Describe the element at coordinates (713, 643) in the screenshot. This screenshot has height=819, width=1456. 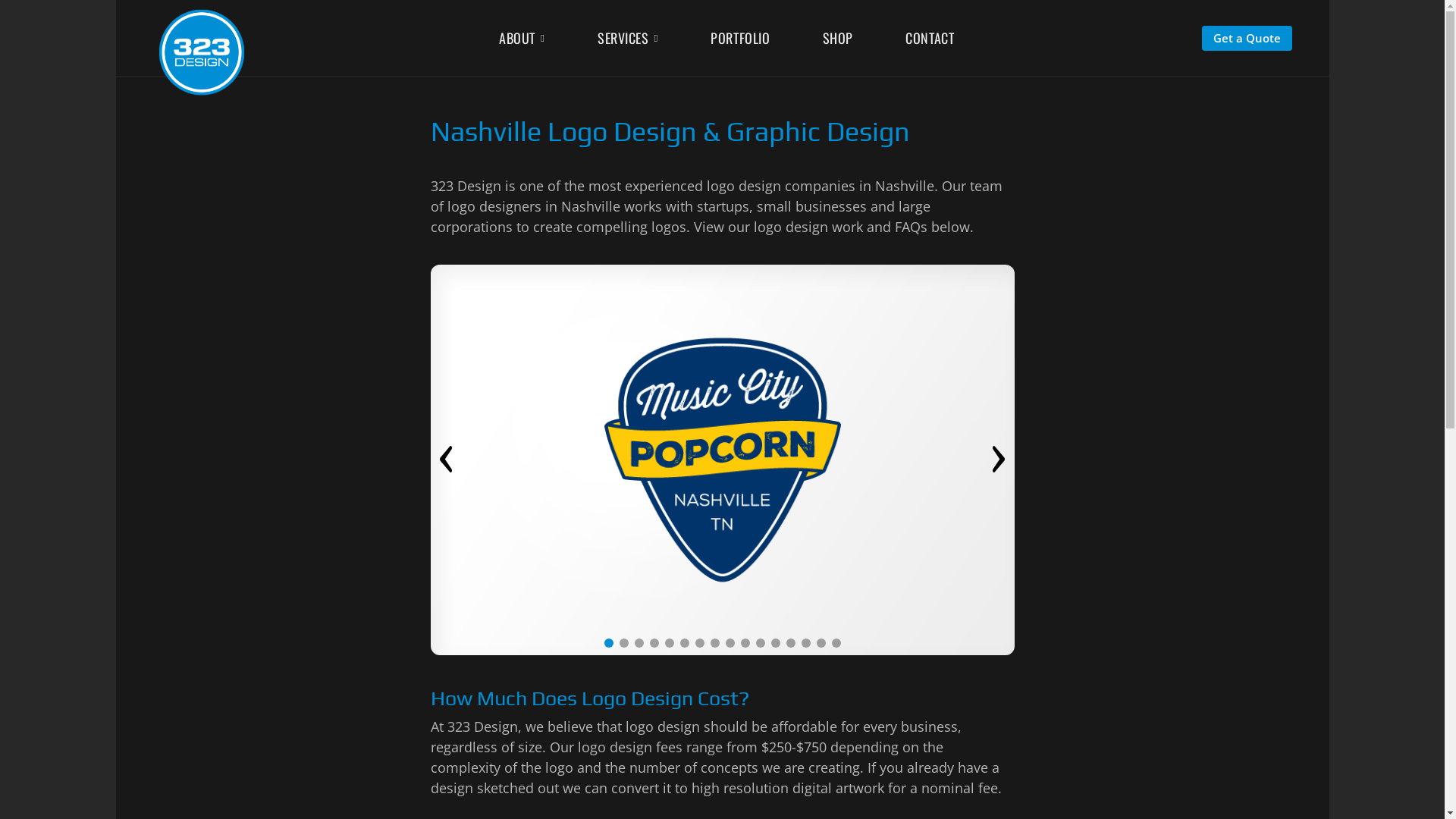
I see `'8'` at that location.